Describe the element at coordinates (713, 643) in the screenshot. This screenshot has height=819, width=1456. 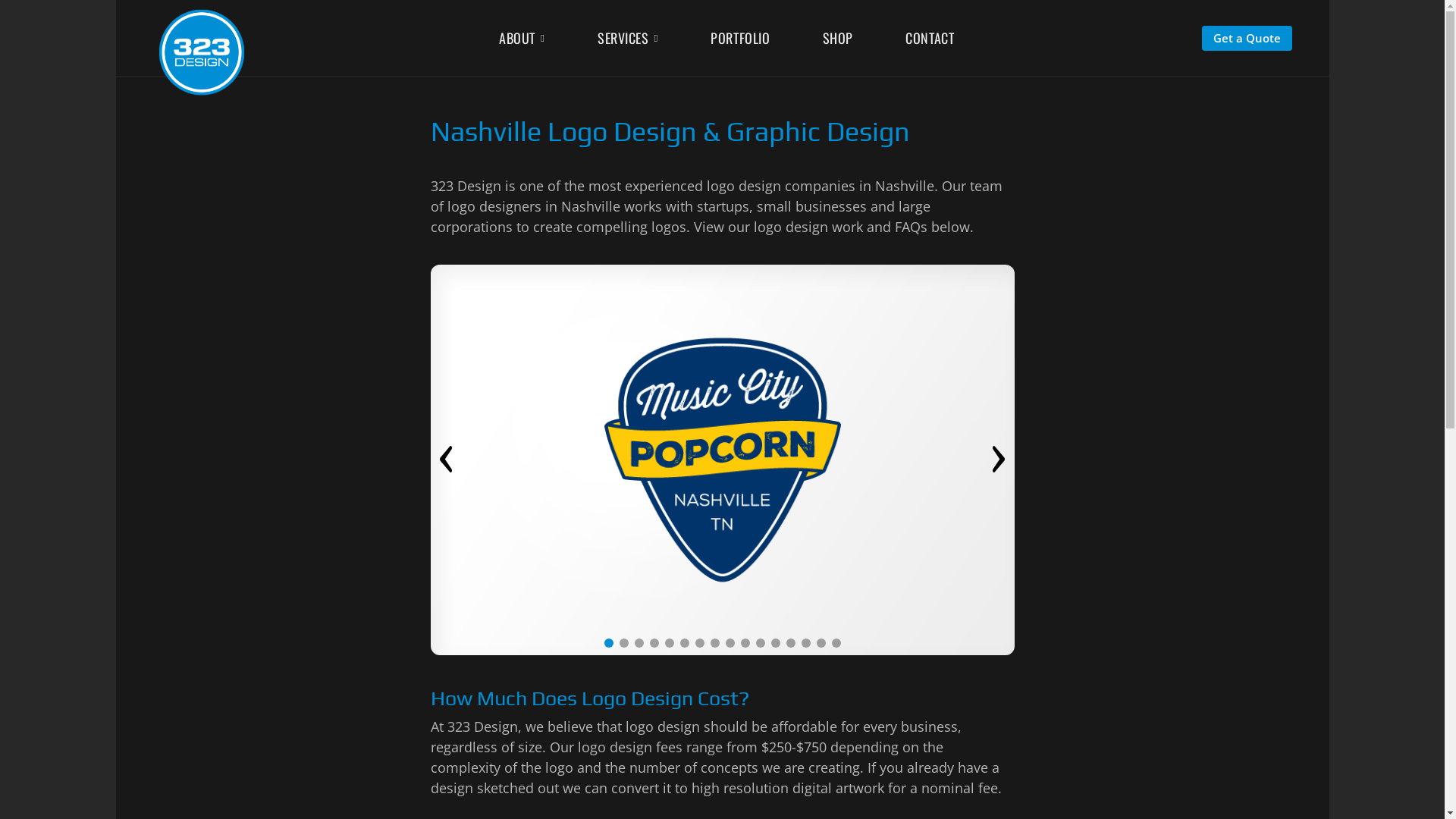
I see `'8'` at that location.